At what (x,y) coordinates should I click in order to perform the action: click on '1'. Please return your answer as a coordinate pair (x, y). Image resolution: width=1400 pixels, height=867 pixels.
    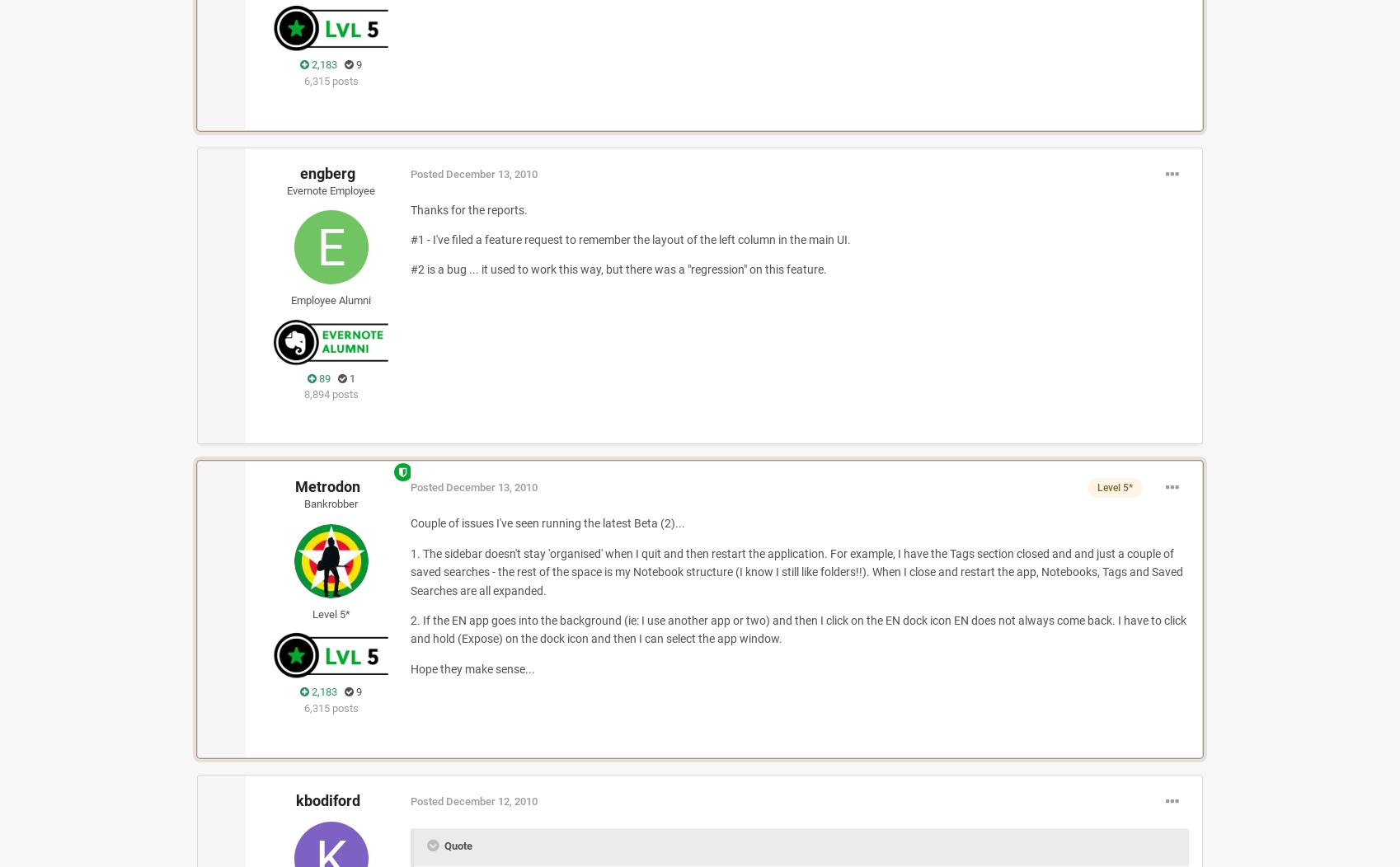
    Looking at the image, I should click on (350, 377).